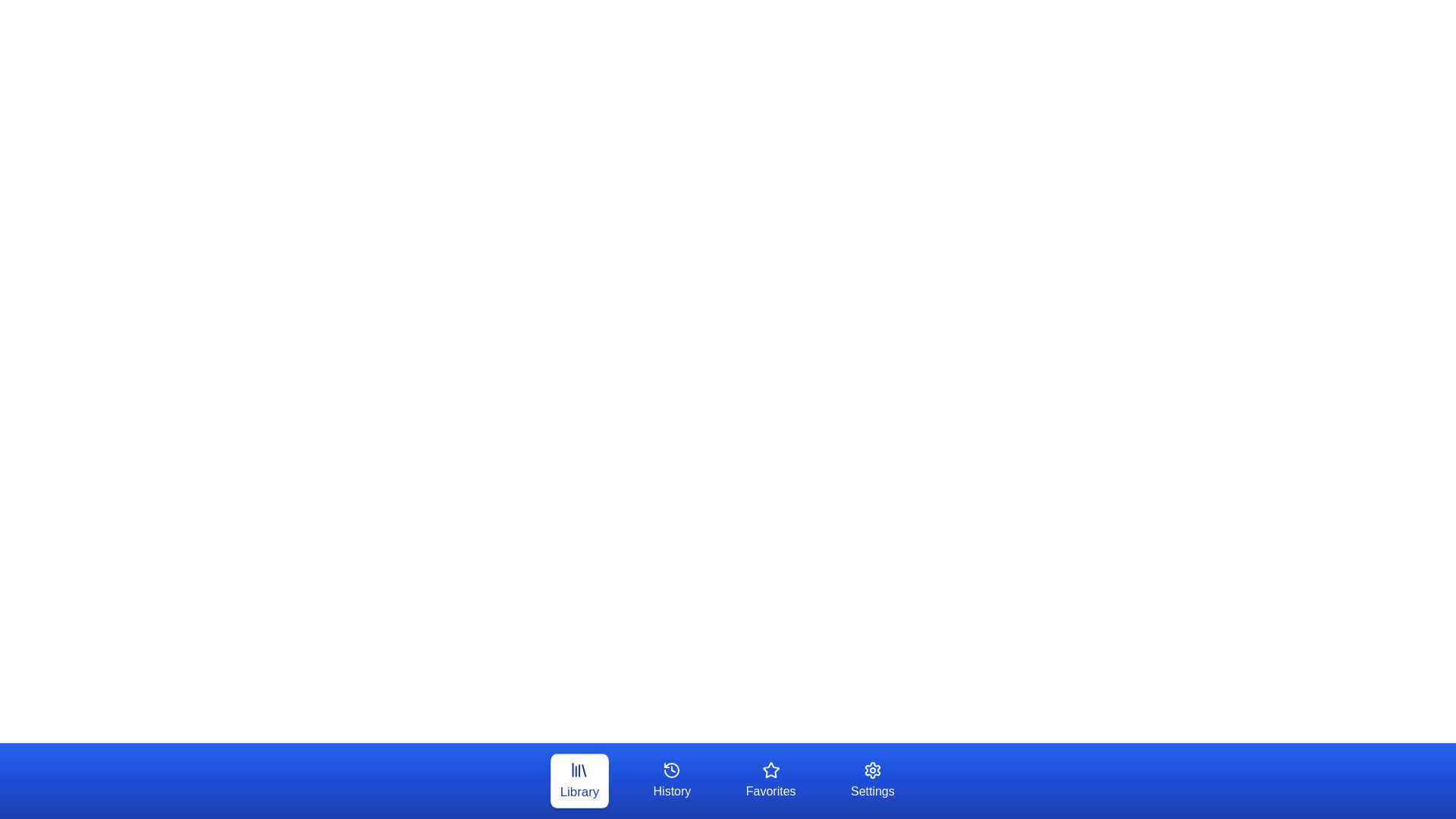  Describe the element at coordinates (770, 780) in the screenshot. I see `the tab labeled Favorites` at that location.